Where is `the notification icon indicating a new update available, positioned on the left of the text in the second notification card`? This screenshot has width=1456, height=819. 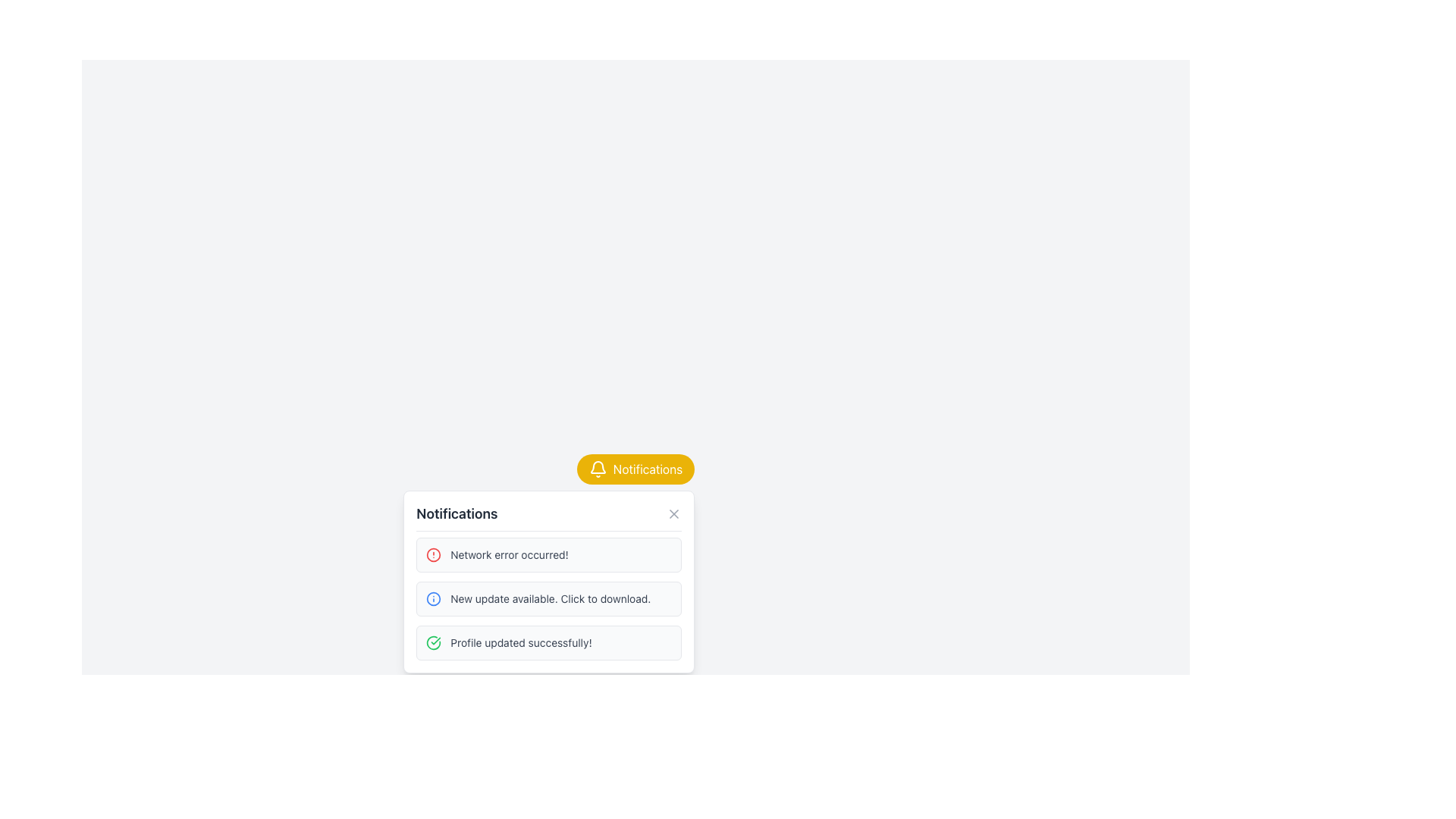
the notification icon indicating a new update available, positioned on the left of the text in the second notification card is located at coordinates (433, 598).